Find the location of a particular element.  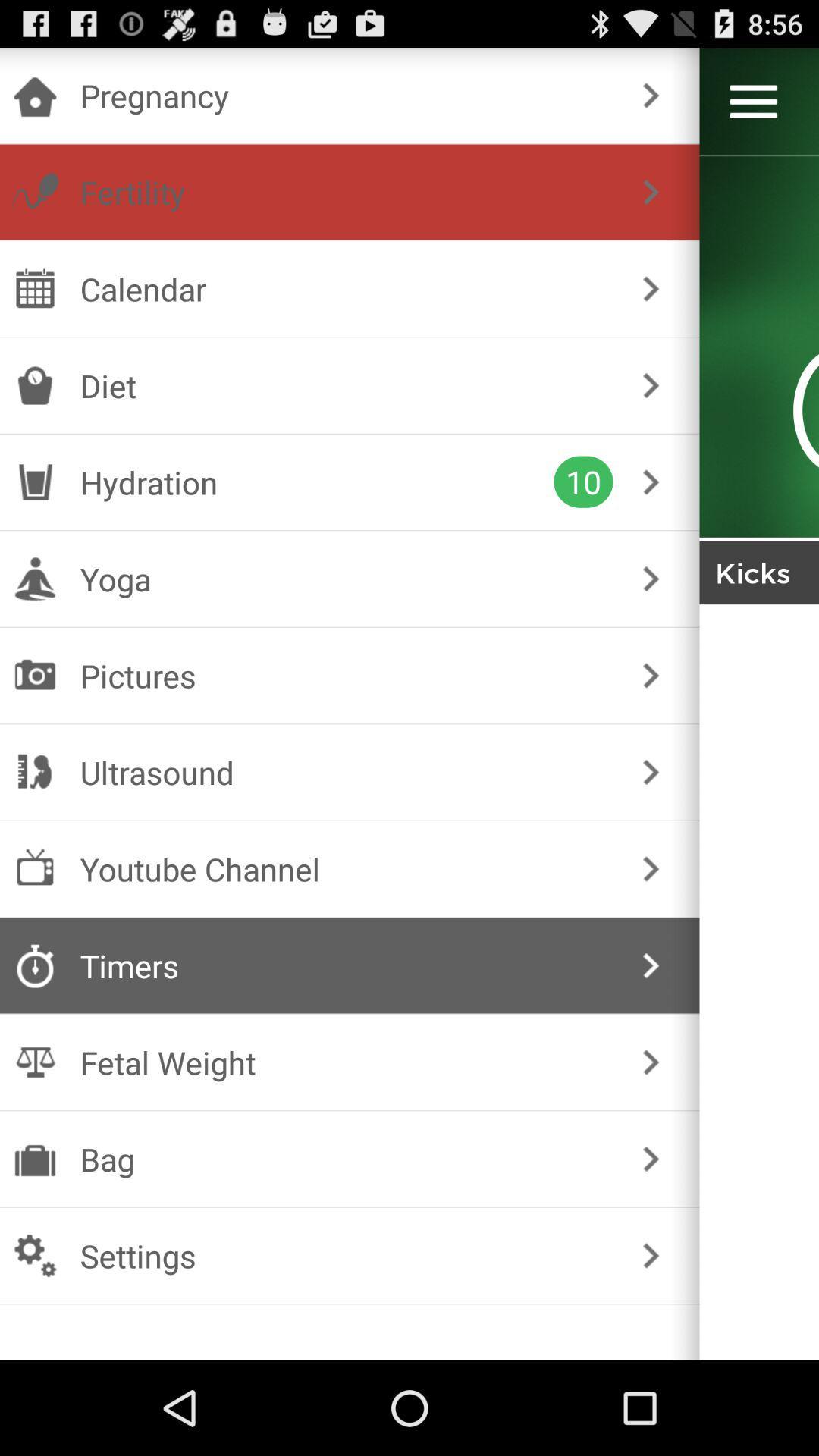

the fertility icon is located at coordinates (347, 191).